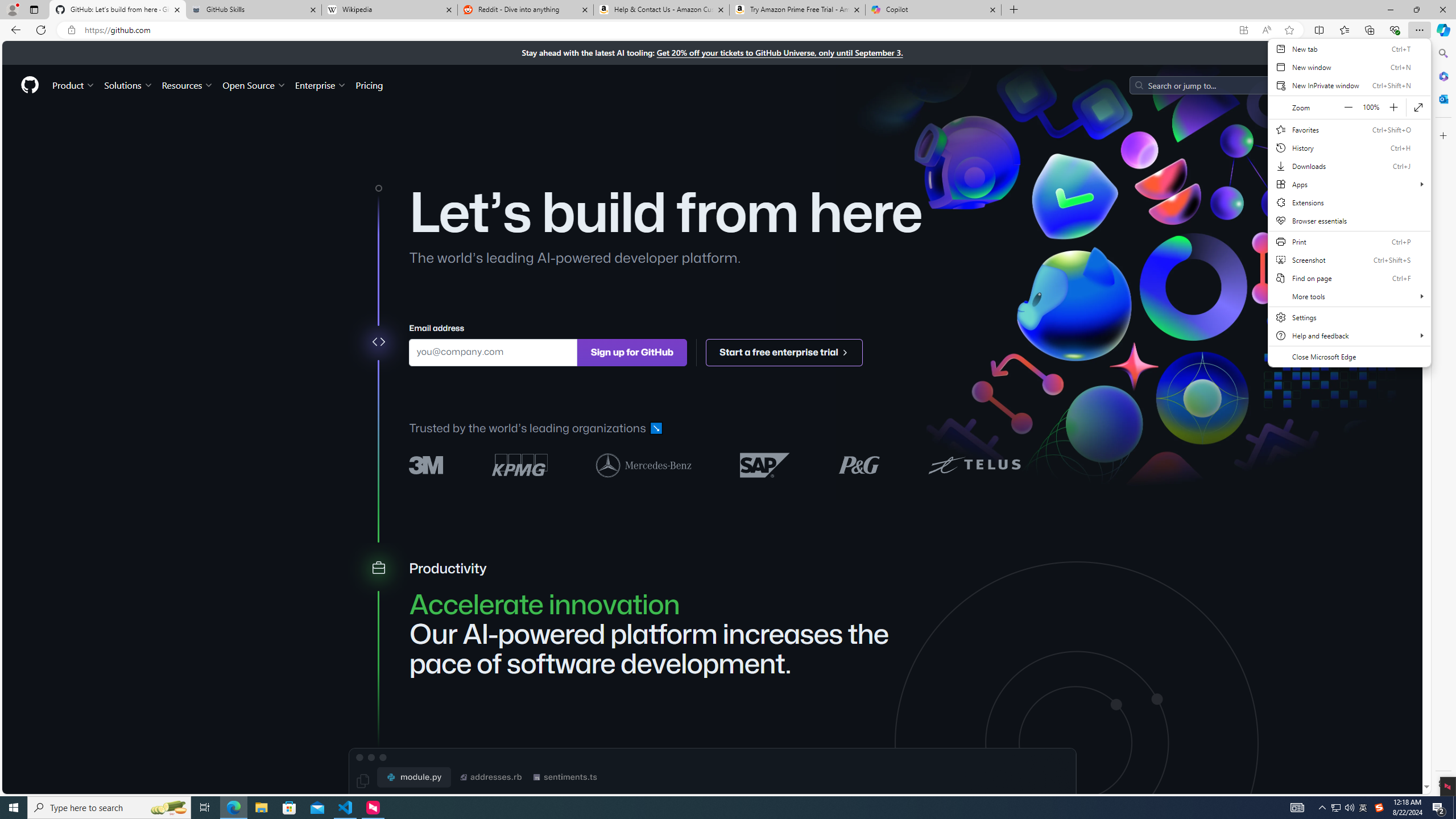 This screenshot has width=1456, height=819. I want to click on 'Help and feedback', so click(1349, 335).